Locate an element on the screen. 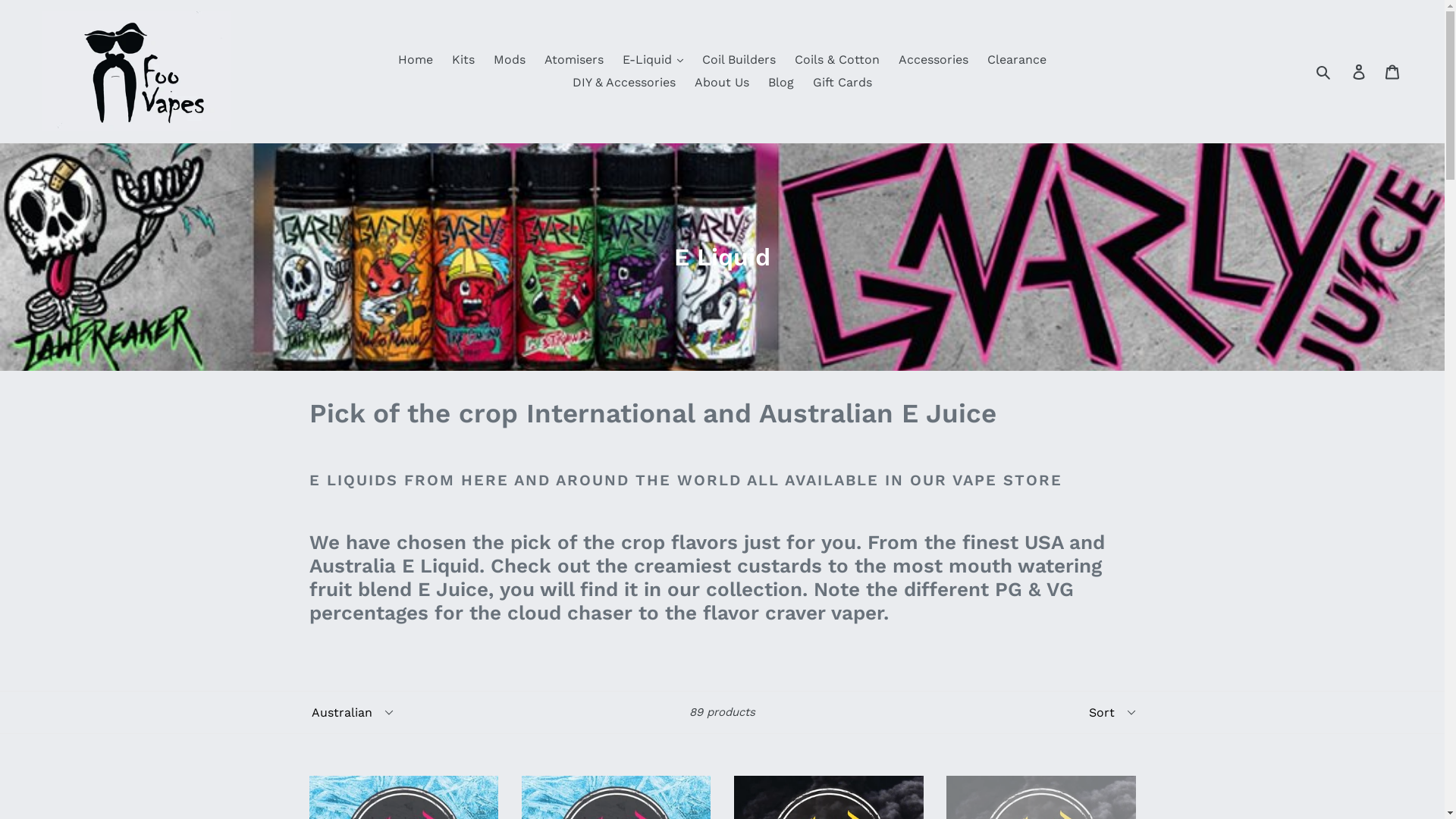  'Coil Builders' is located at coordinates (739, 58).